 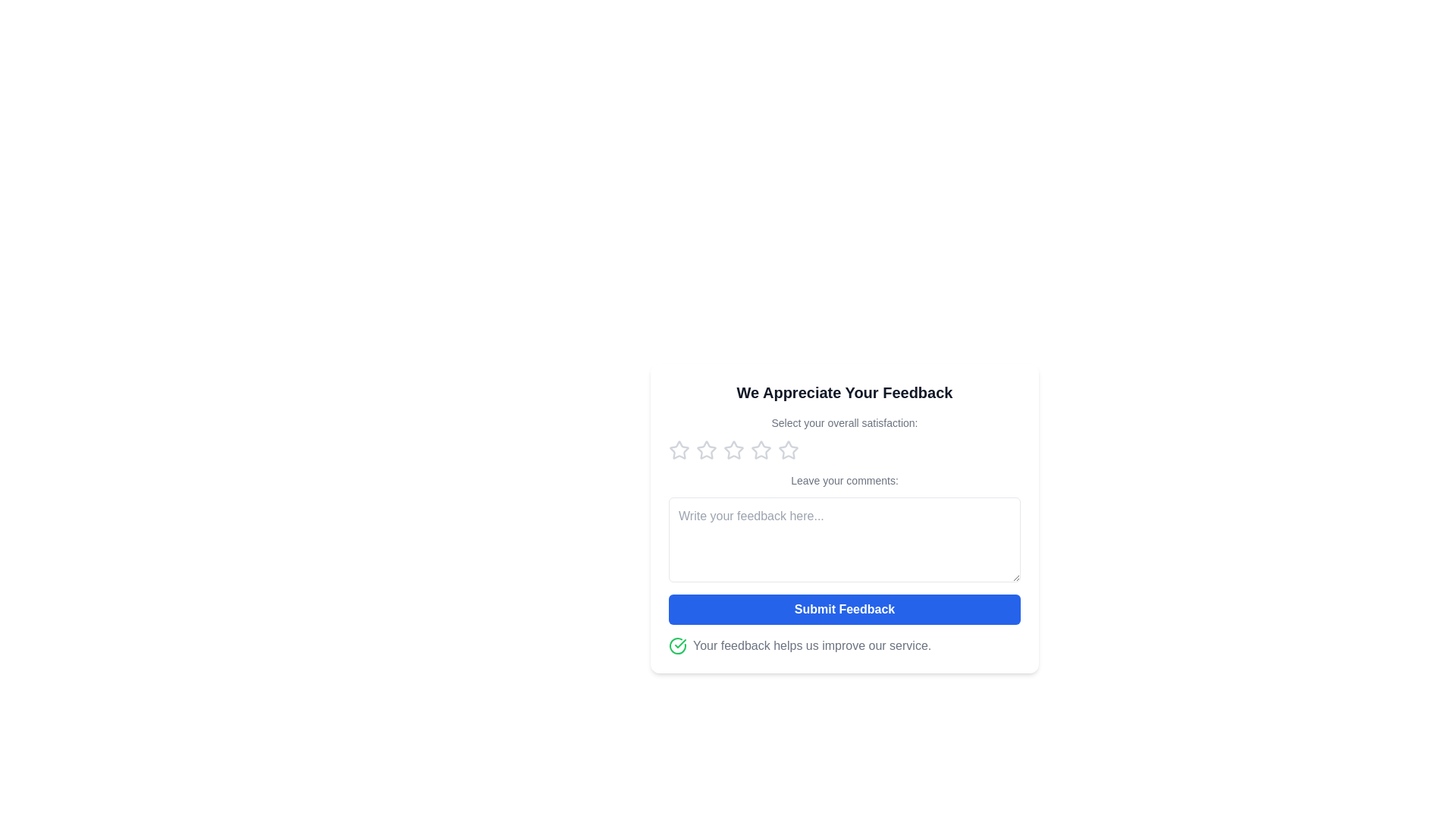 What do you see at coordinates (676, 646) in the screenshot?
I see `the vector graphic circle that visually emphasizes confirmation or success, located near the lower-left corner of the feedback box beside the text 'Your feedback helps us.'` at bounding box center [676, 646].